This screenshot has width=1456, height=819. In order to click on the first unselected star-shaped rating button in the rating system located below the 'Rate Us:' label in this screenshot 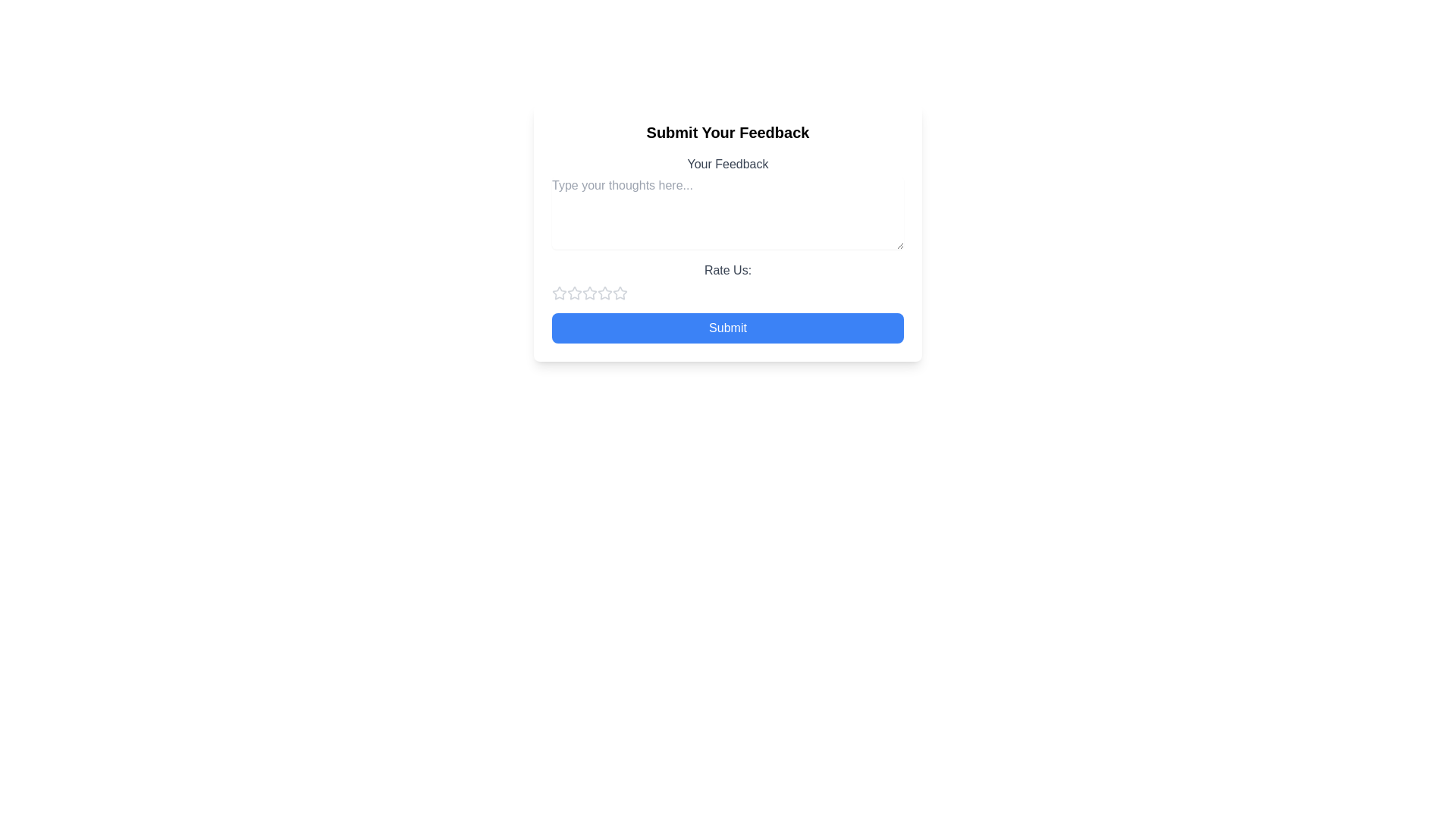, I will do `click(604, 293)`.